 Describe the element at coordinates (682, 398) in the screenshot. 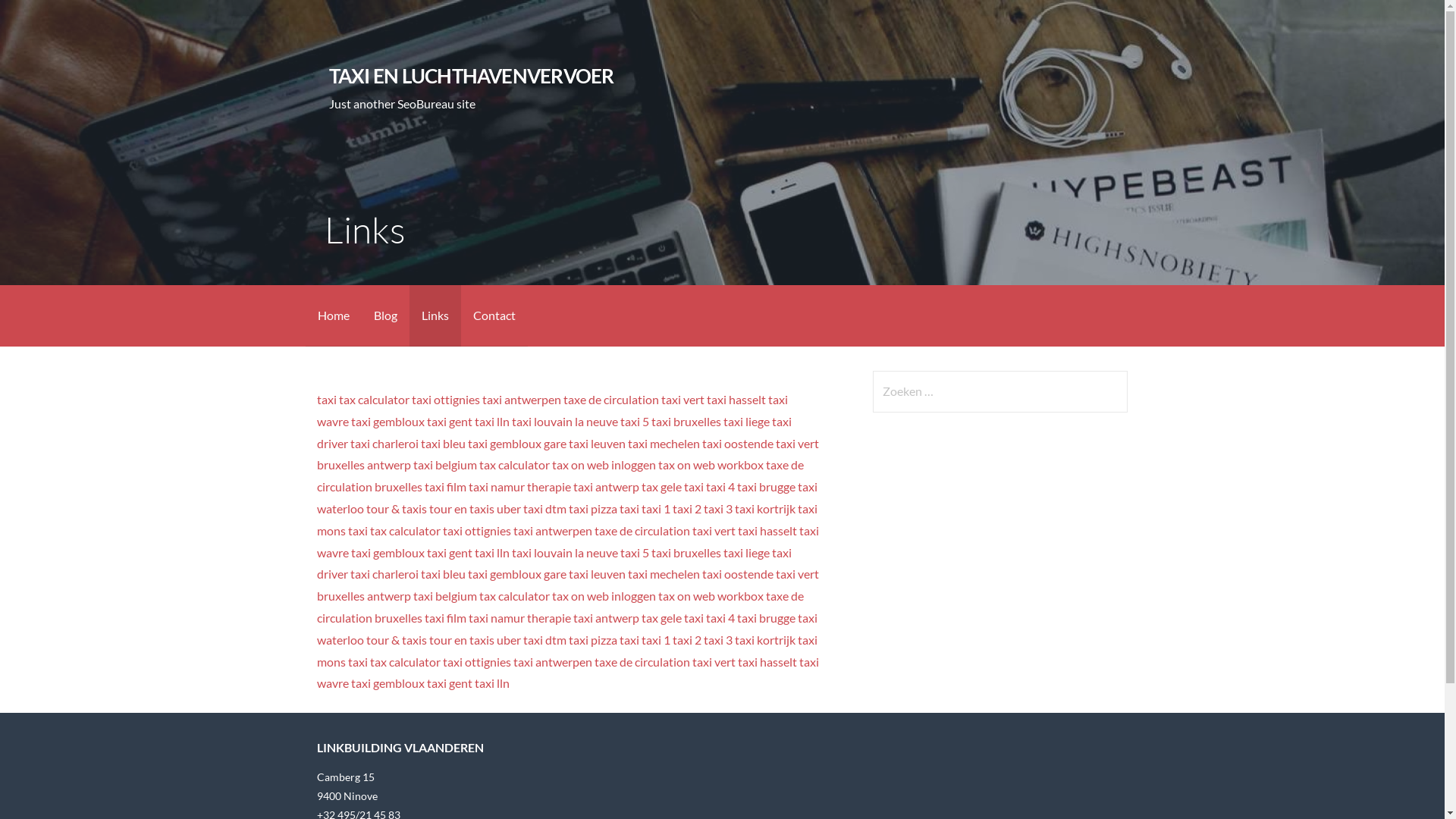

I see `'taxi vert'` at that location.